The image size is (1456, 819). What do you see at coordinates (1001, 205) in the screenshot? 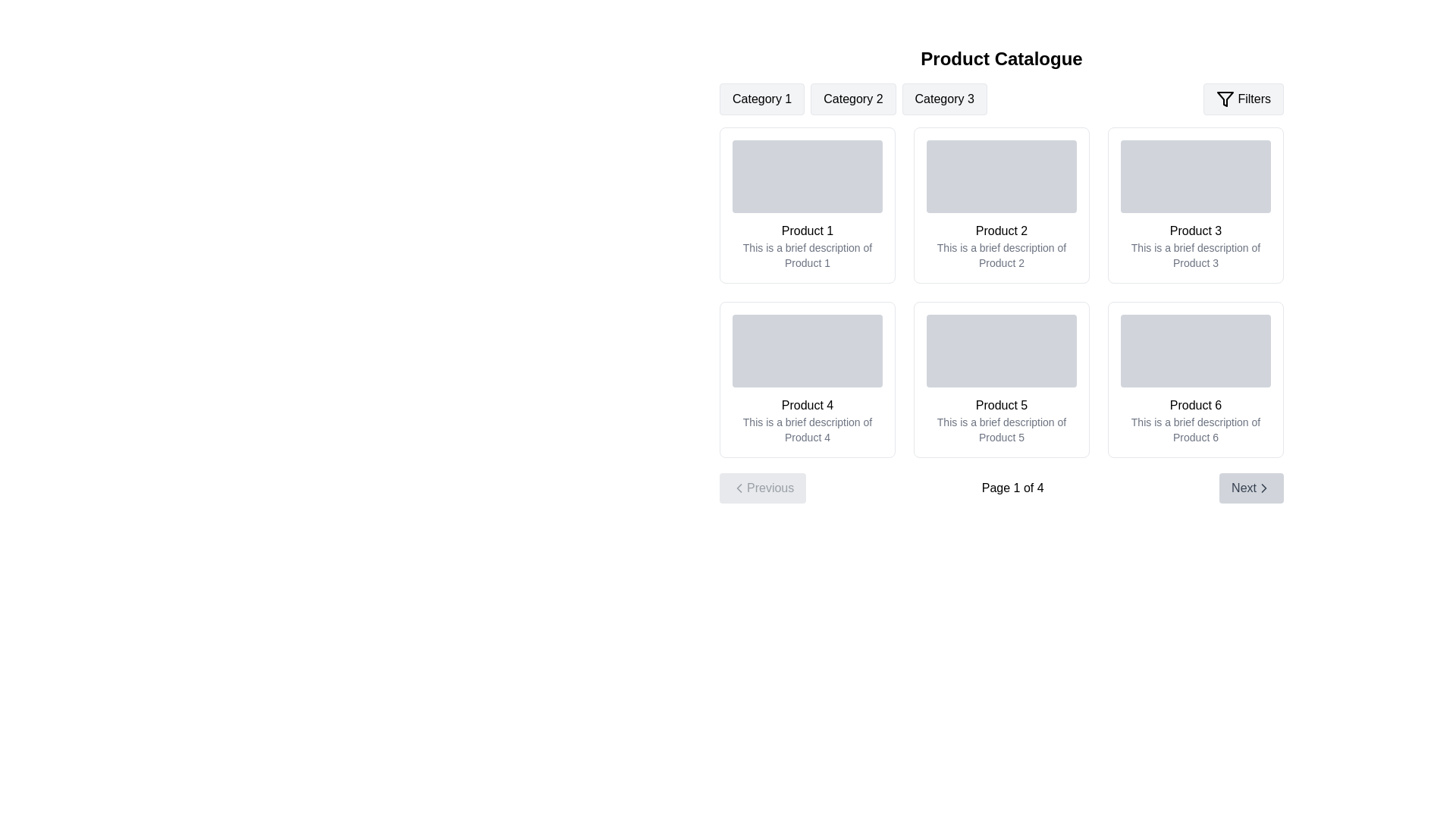
I see `the Information Card displaying details about 'Product 2', which is located in the second column of the first row in a 3x2 grid layout` at bounding box center [1001, 205].